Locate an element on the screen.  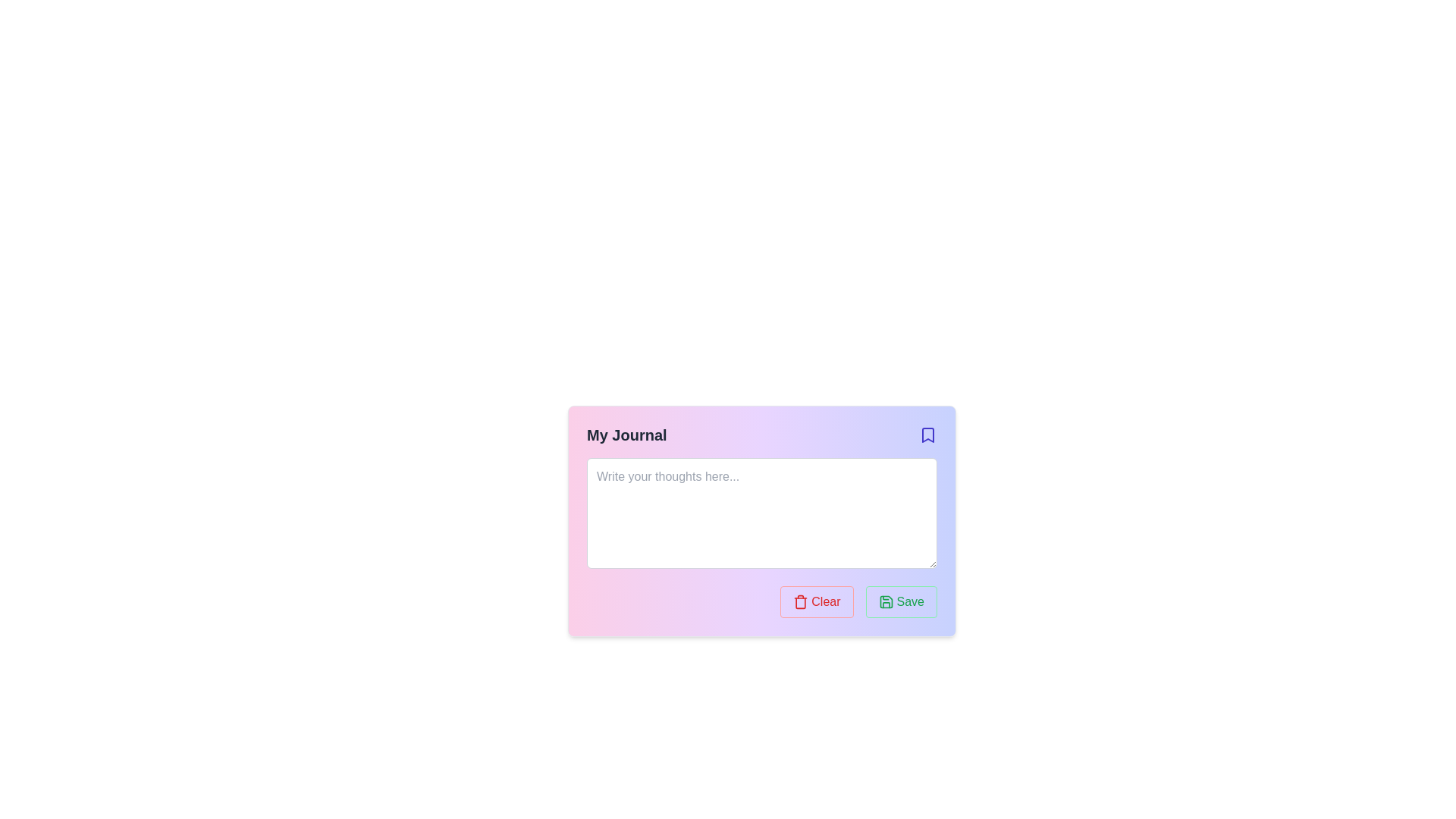
the static text element labeled 'My Journal' which serves as a title for the journal section is located at coordinates (626, 435).